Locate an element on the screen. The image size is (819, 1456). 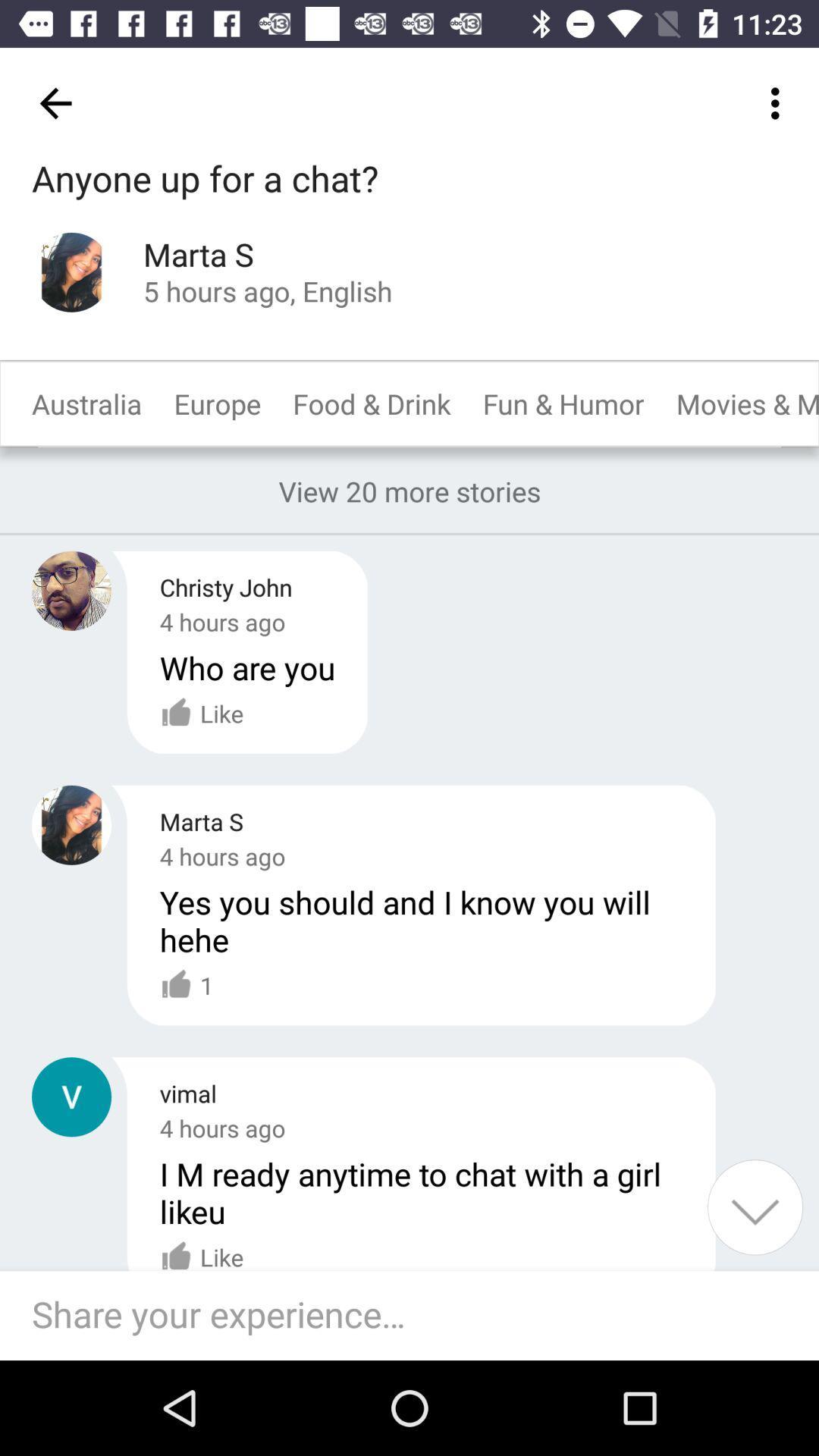
scroll down is located at coordinates (755, 1207).